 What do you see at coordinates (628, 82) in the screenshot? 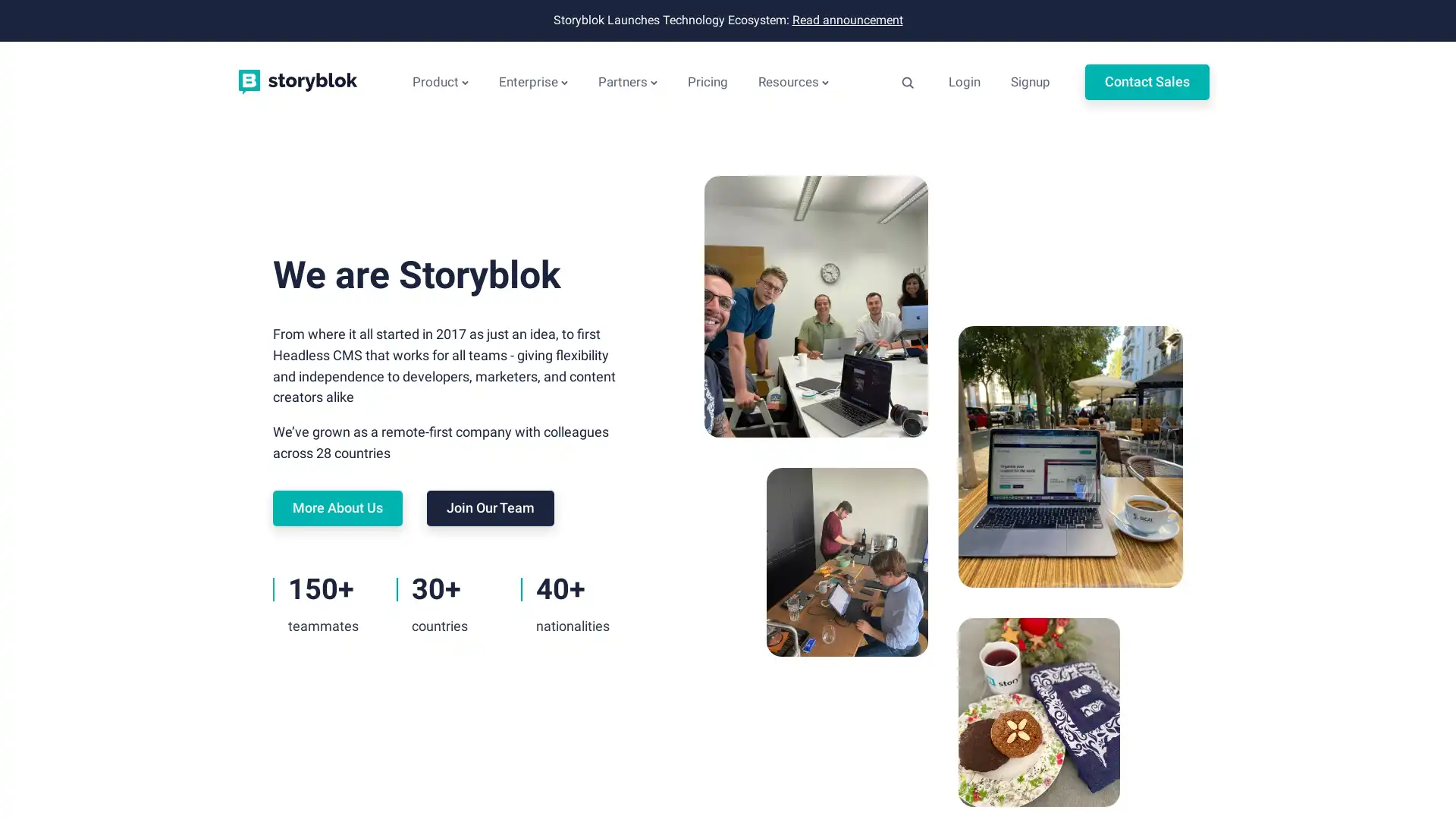
I see `Partners` at bounding box center [628, 82].